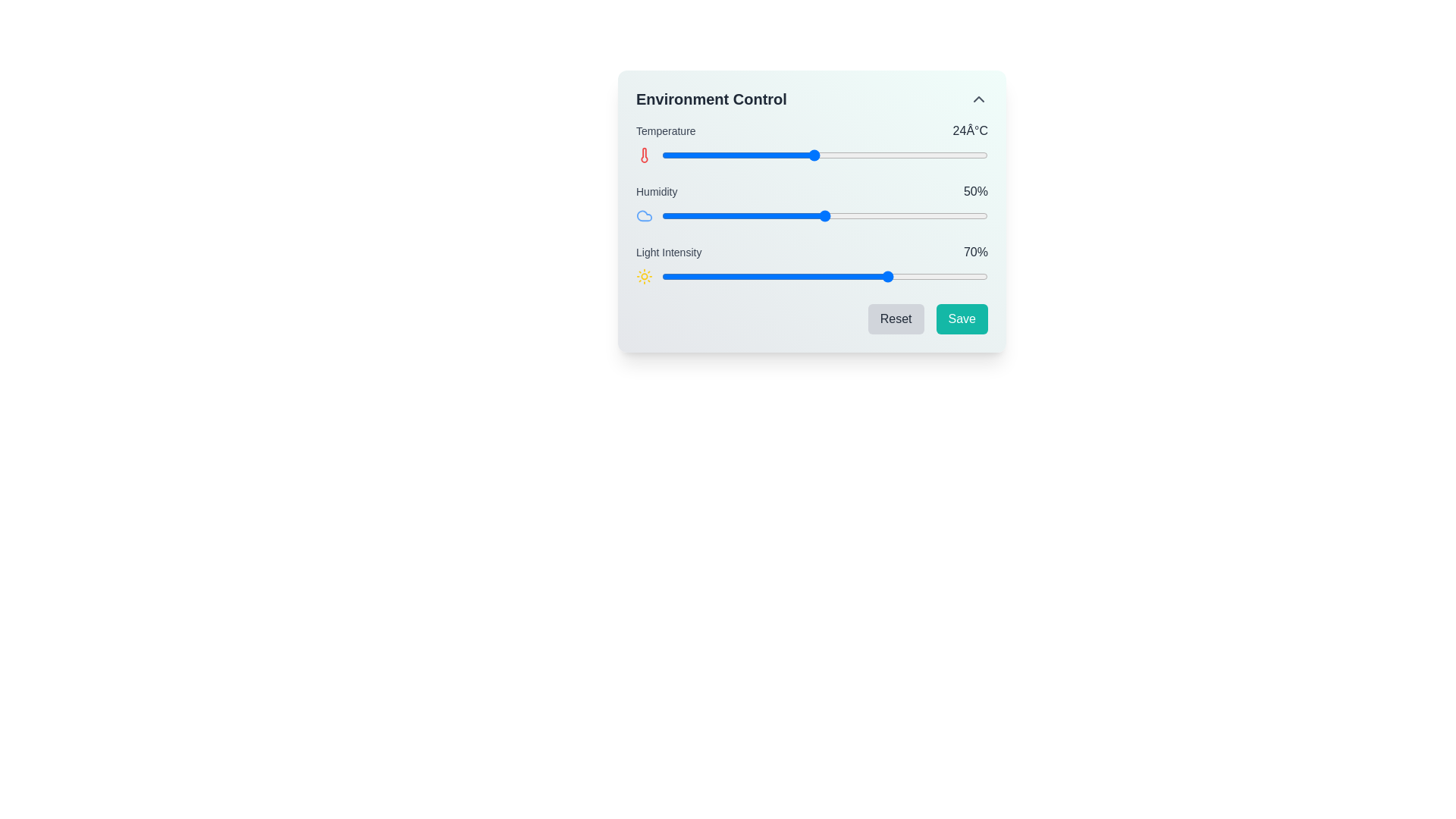 This screenshot has width=1456, height=819. What do you see at coordinates (837, 216) in the screenshot?
I see `the humidity` at bounding box center [837, 216].